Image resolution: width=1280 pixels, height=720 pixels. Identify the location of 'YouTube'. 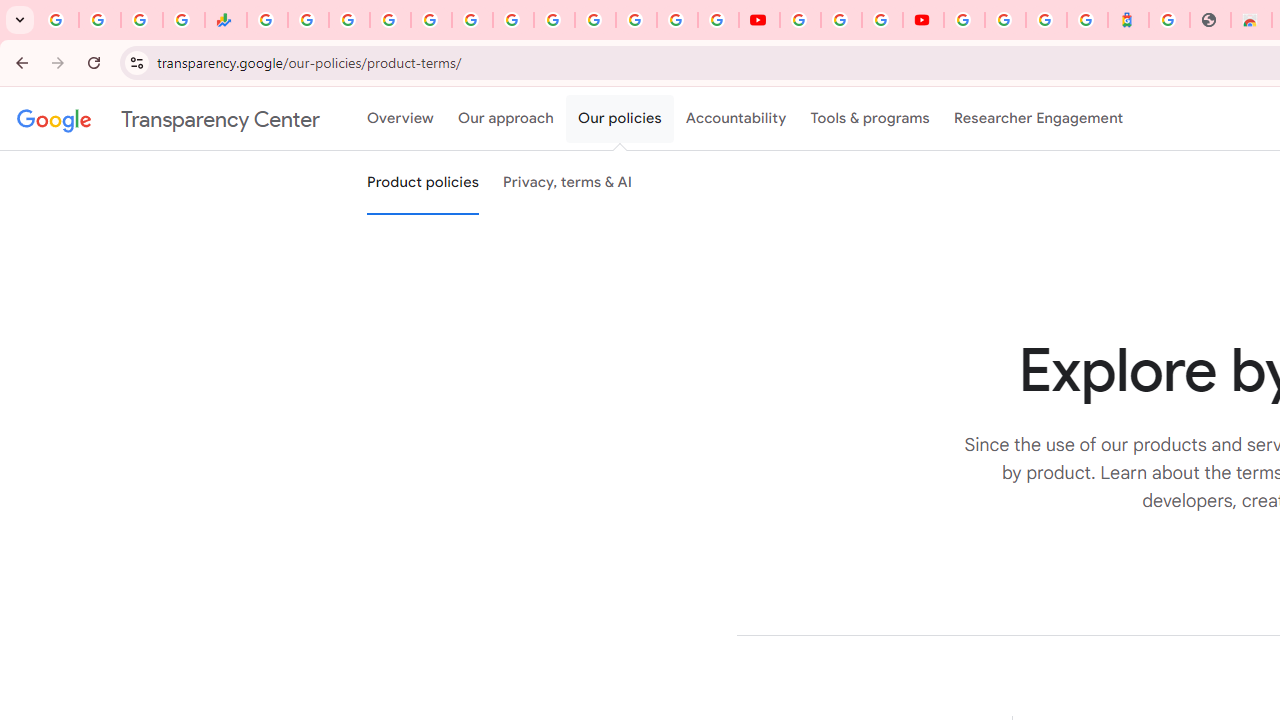
(800, 20).